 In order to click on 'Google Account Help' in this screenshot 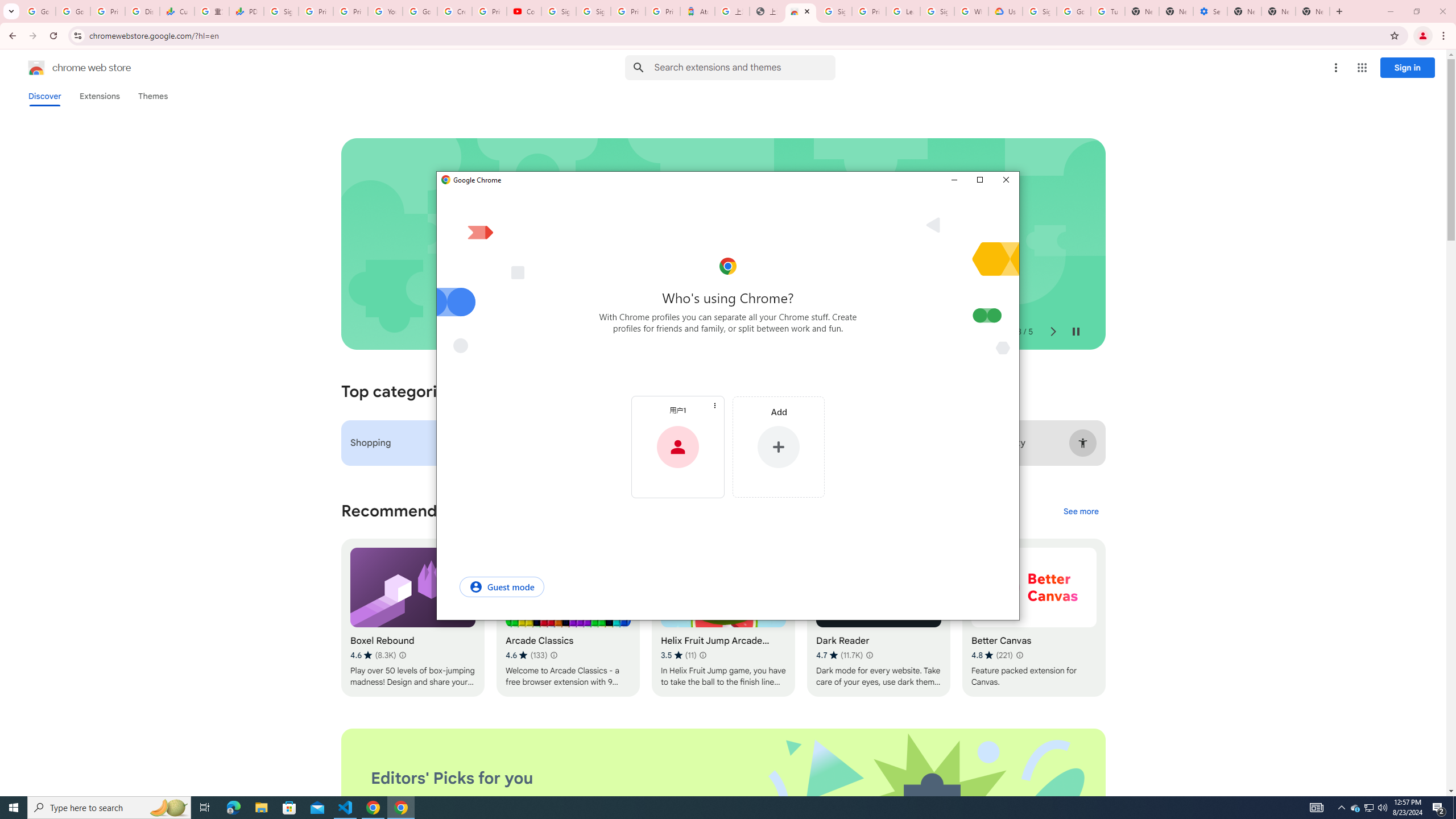, I will do `click(419, 11)`.